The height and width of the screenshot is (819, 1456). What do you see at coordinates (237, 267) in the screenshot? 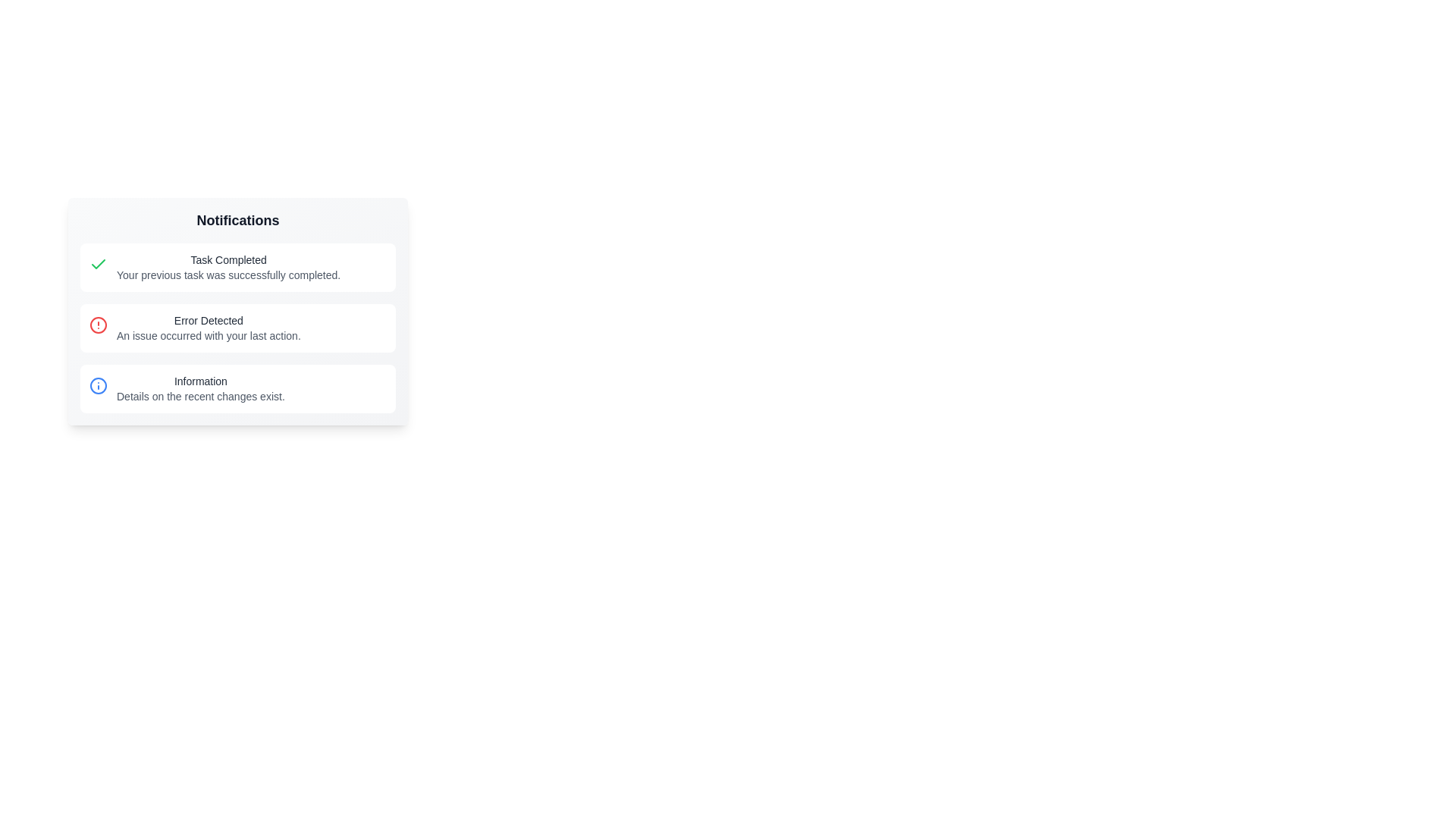
I see `the Notification Card that informs the user of the successful completion of their previous task, which is the first entry in the notifications list` at bounding box center [237, 267].